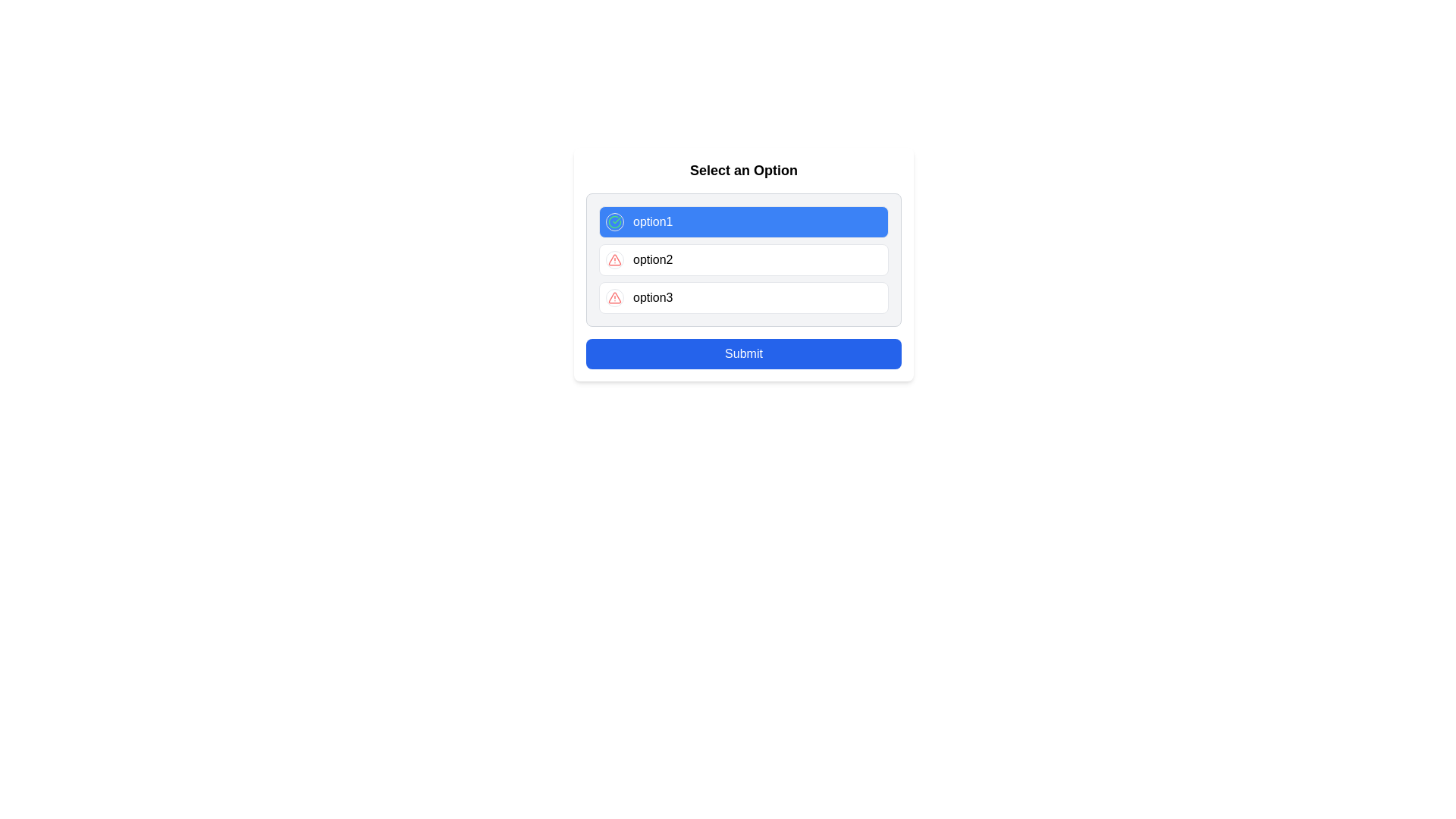 The height and width of the screenshot is (819, 1456). What do you see at coordinates (743, 259) in the screenshot?
I see `the selectable option labeled 'option2'` at bounding box center [743, 259].